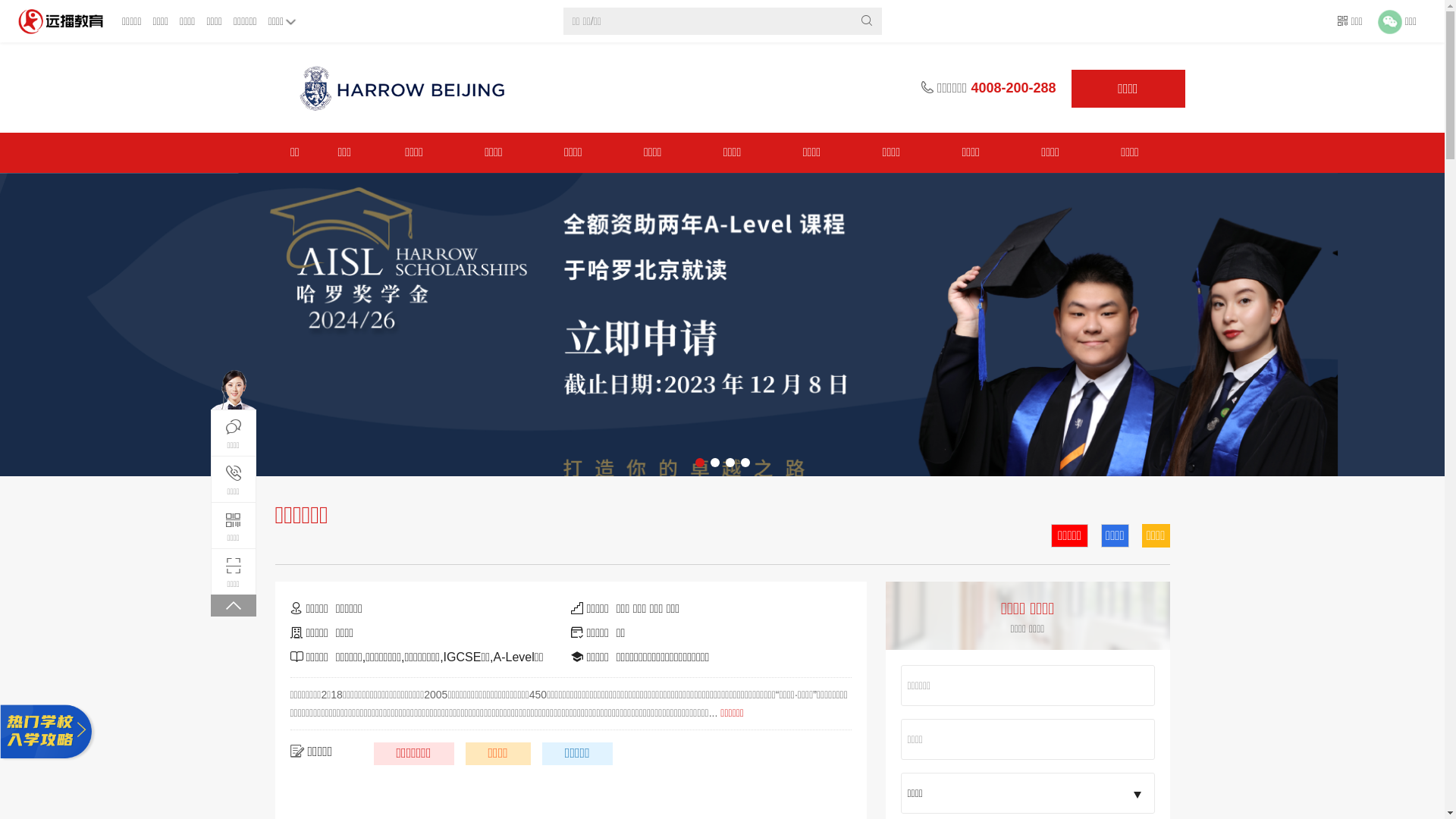 The width and height of the screenshot is (1456, 819). Describe the element at coordinates (971, 87) in the screenshot. I see `'4008-200-288'` at that location.